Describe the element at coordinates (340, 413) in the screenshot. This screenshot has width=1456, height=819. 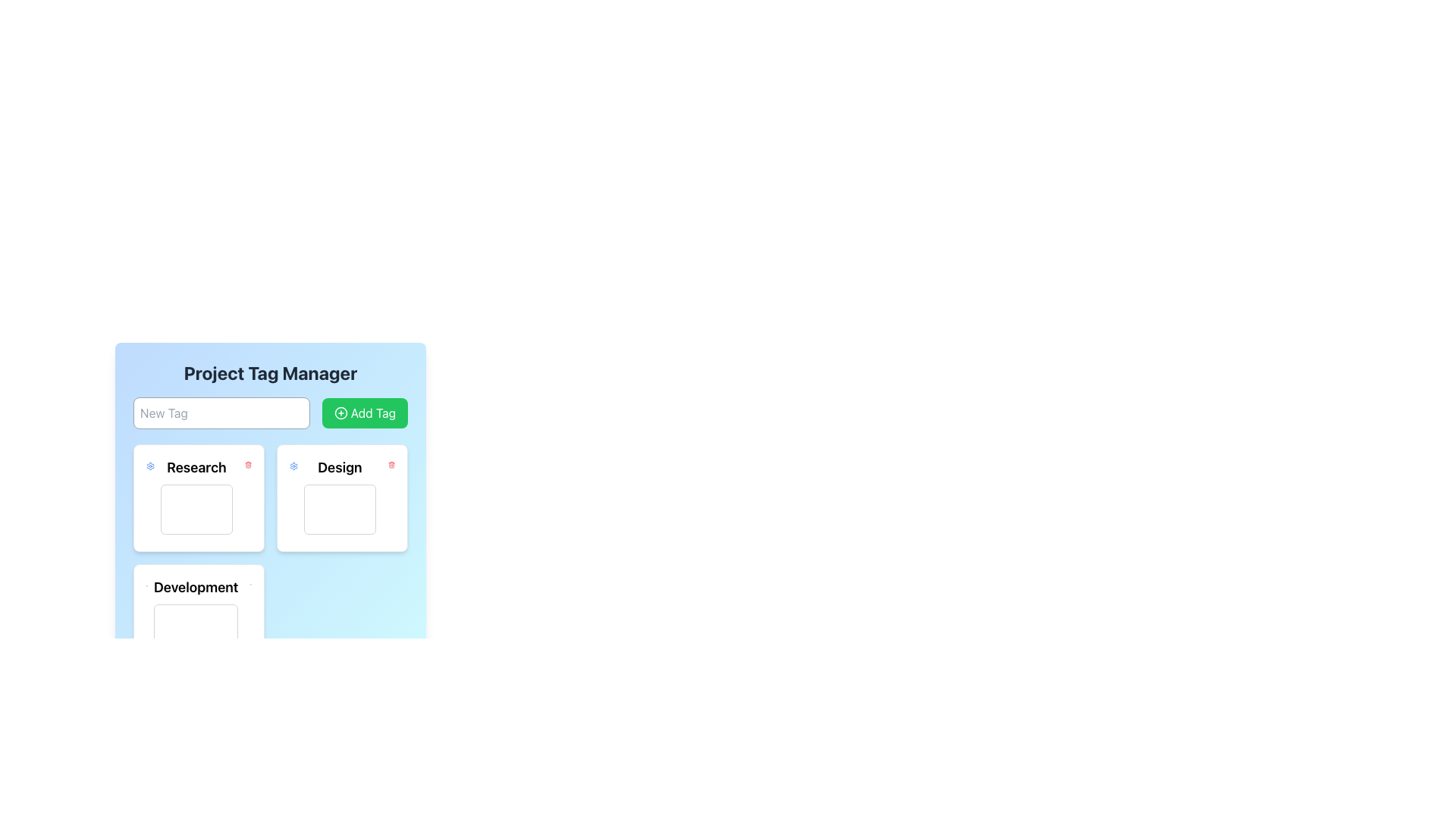
I see `the 'Add Tag' button which contains a small SVG icon of a circular outline with a plus sign centered within it` at that location.